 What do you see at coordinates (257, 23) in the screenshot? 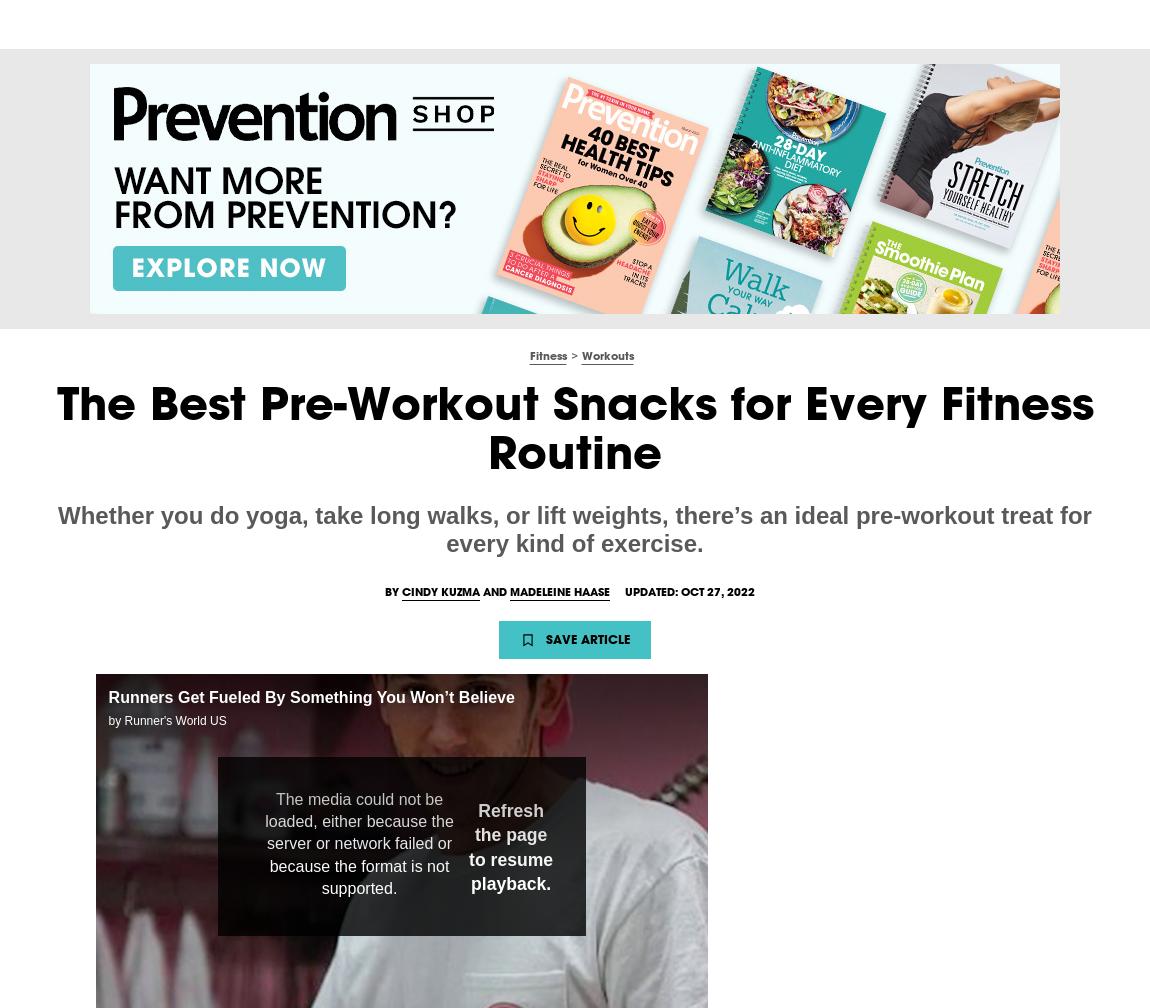
I see `'Health'` at bounding box center [257, 23].